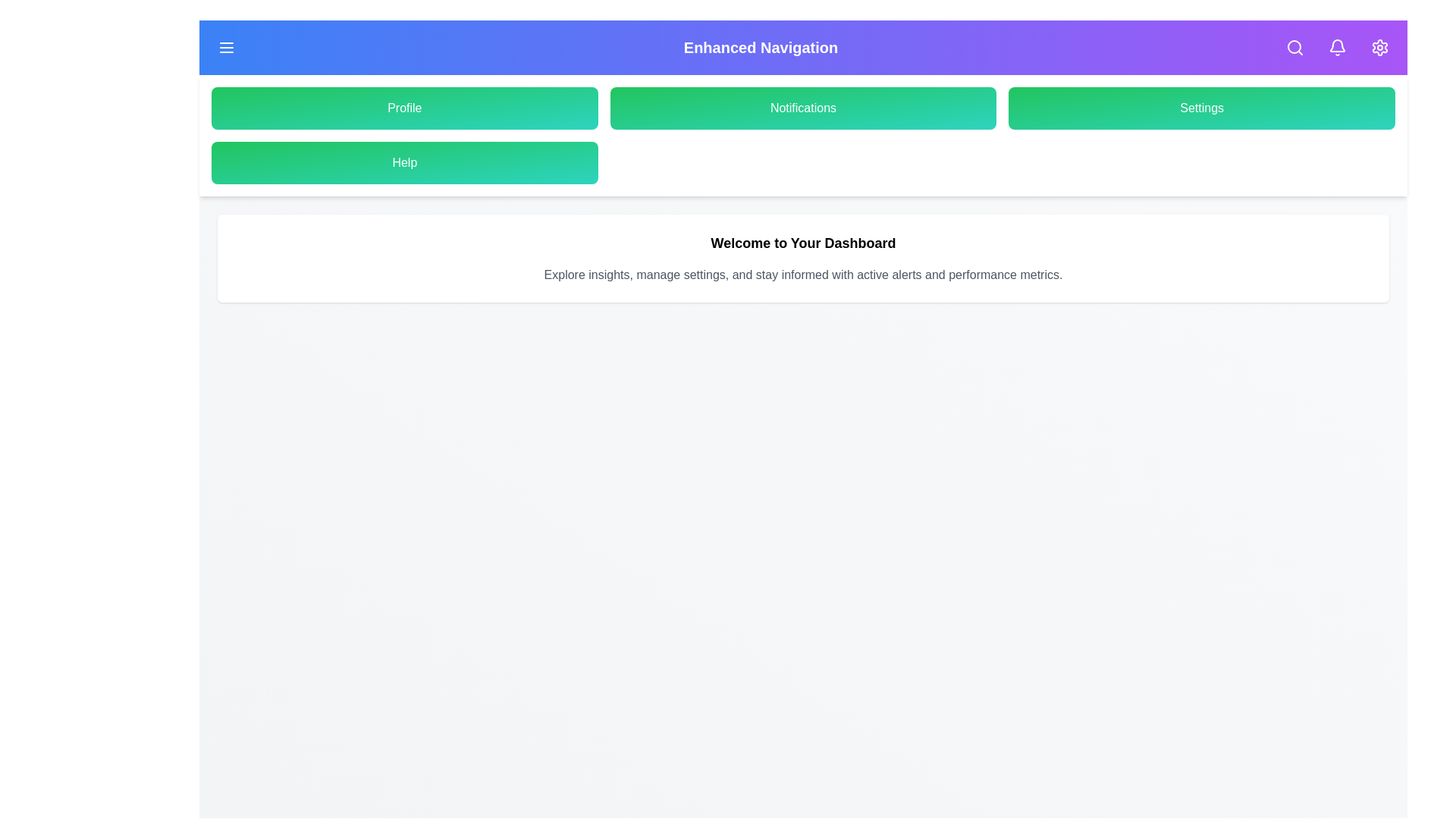  What do you see at coordinates (378, 378) in the screenshot?
I see `the background area of the component` at bounding box center [378, 378].